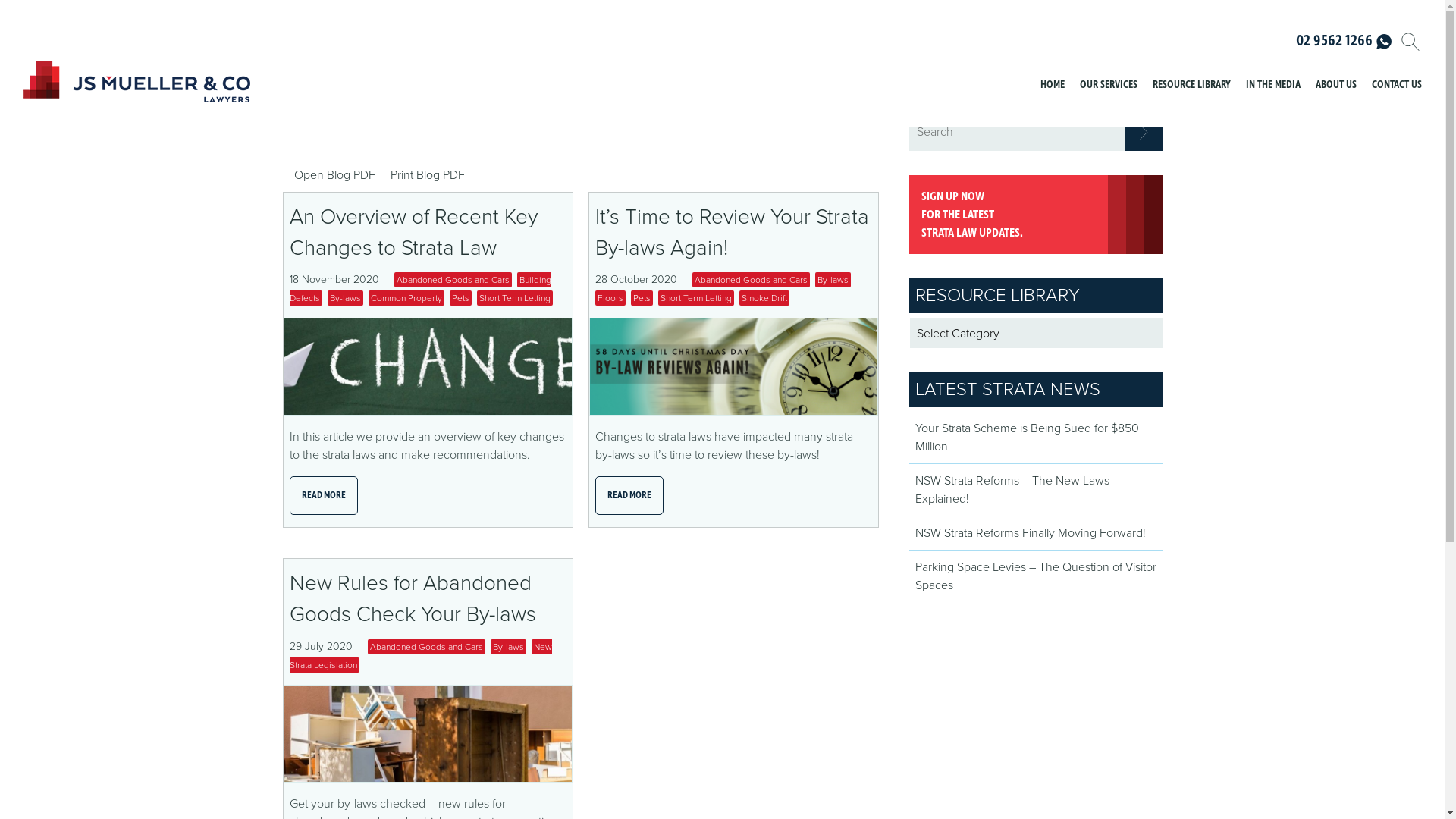  What do you see at coordinates (1040, 86) in the screenshot?
I see `'HOME'` at bounding box center [1040, 86].